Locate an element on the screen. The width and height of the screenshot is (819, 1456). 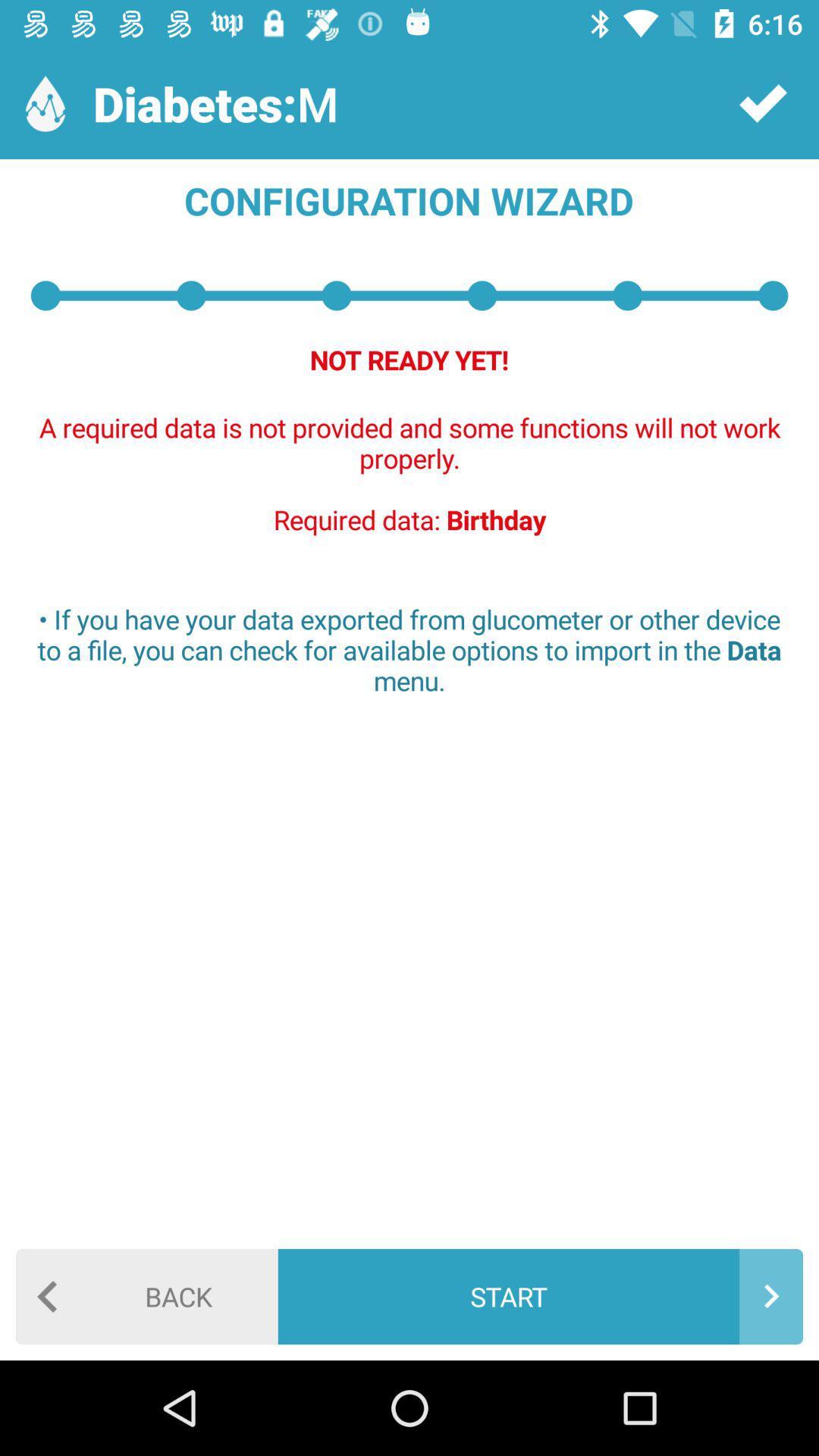
icon to the left of the start icon is located at coordinates (146, 1295).